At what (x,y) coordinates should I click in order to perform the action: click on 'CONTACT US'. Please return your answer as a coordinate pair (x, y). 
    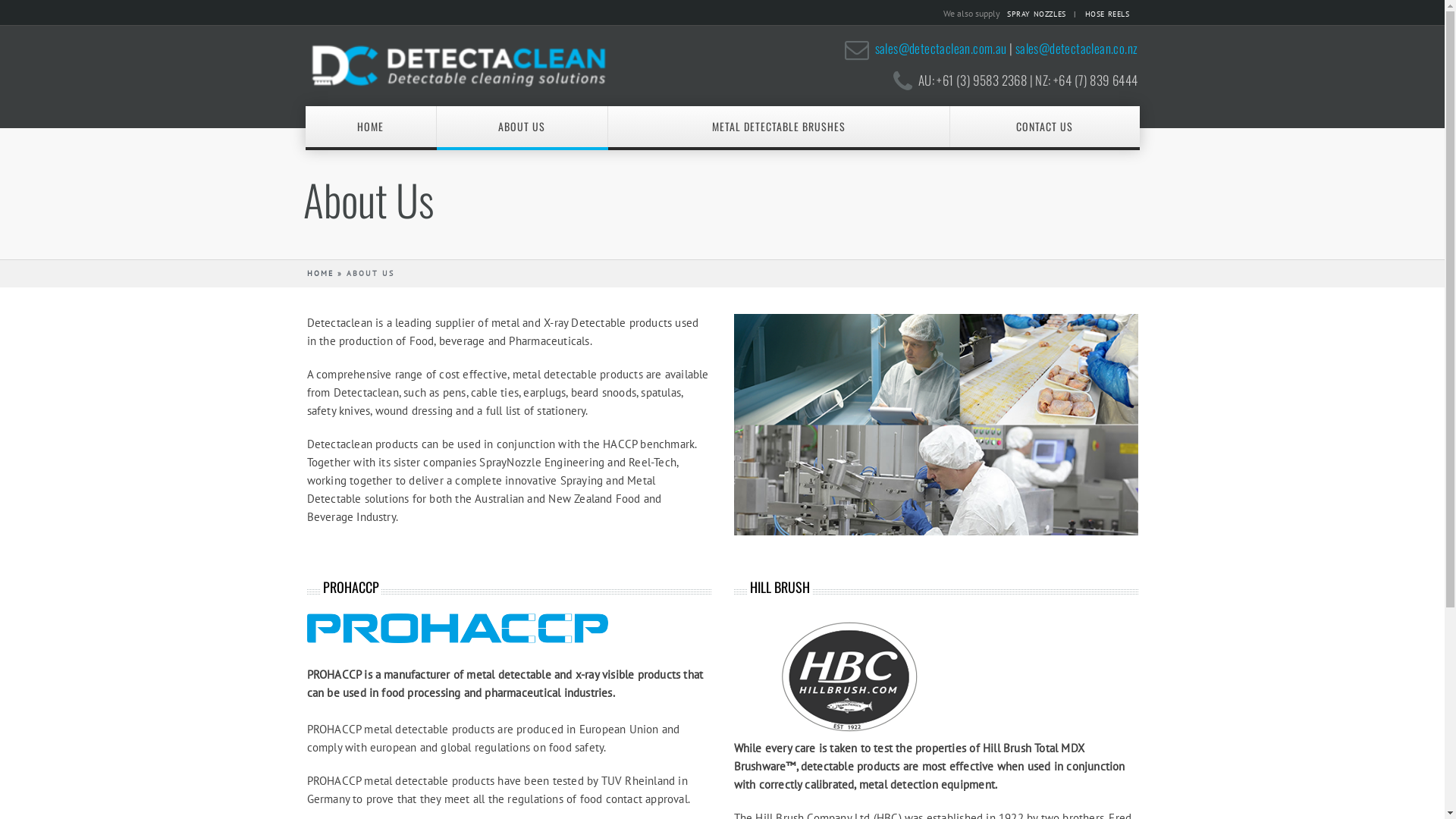
    Looking at the image, I should click on (1043, 125).